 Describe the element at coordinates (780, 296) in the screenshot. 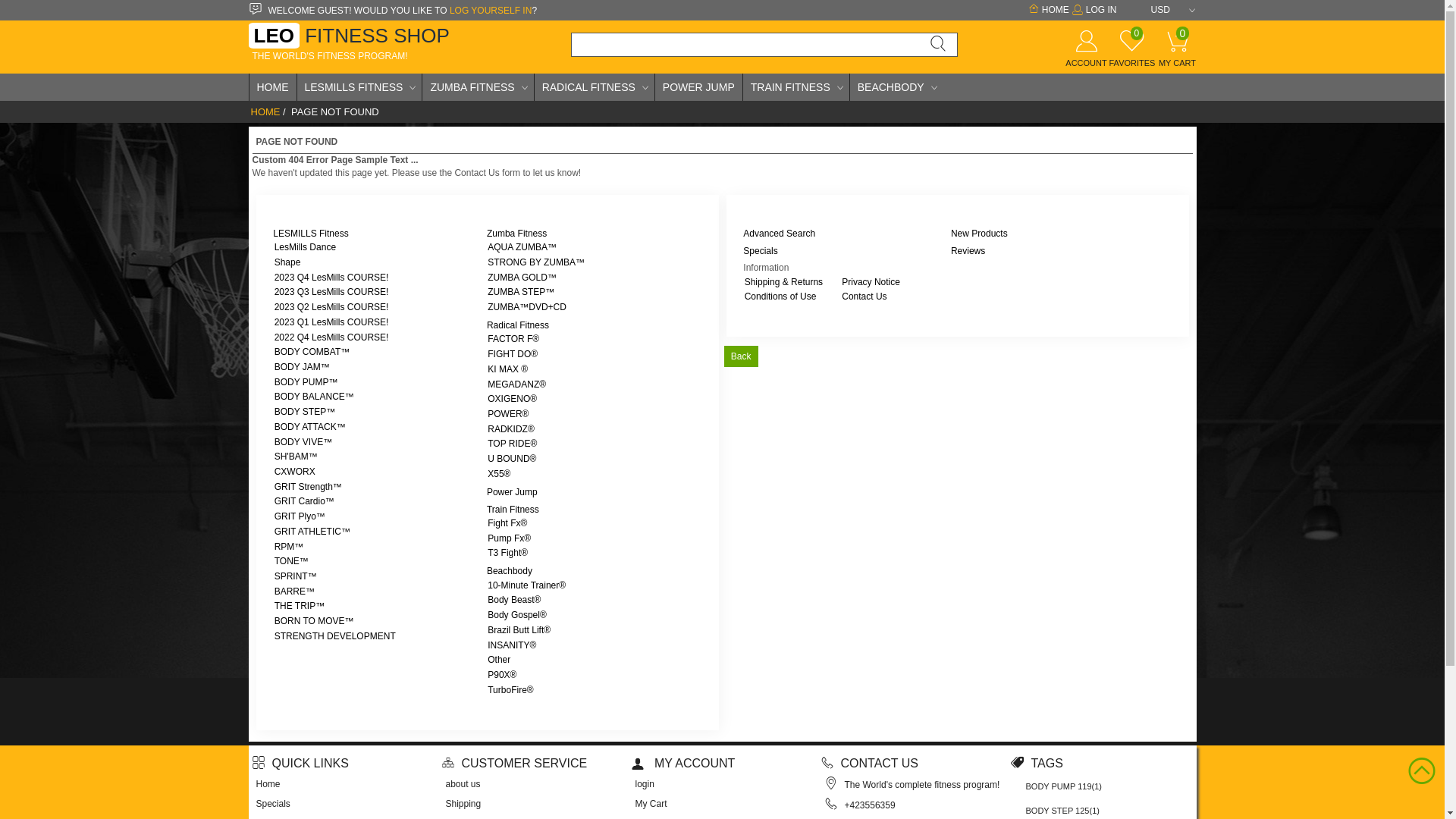

I see `'Conditions of Use'` at that location.